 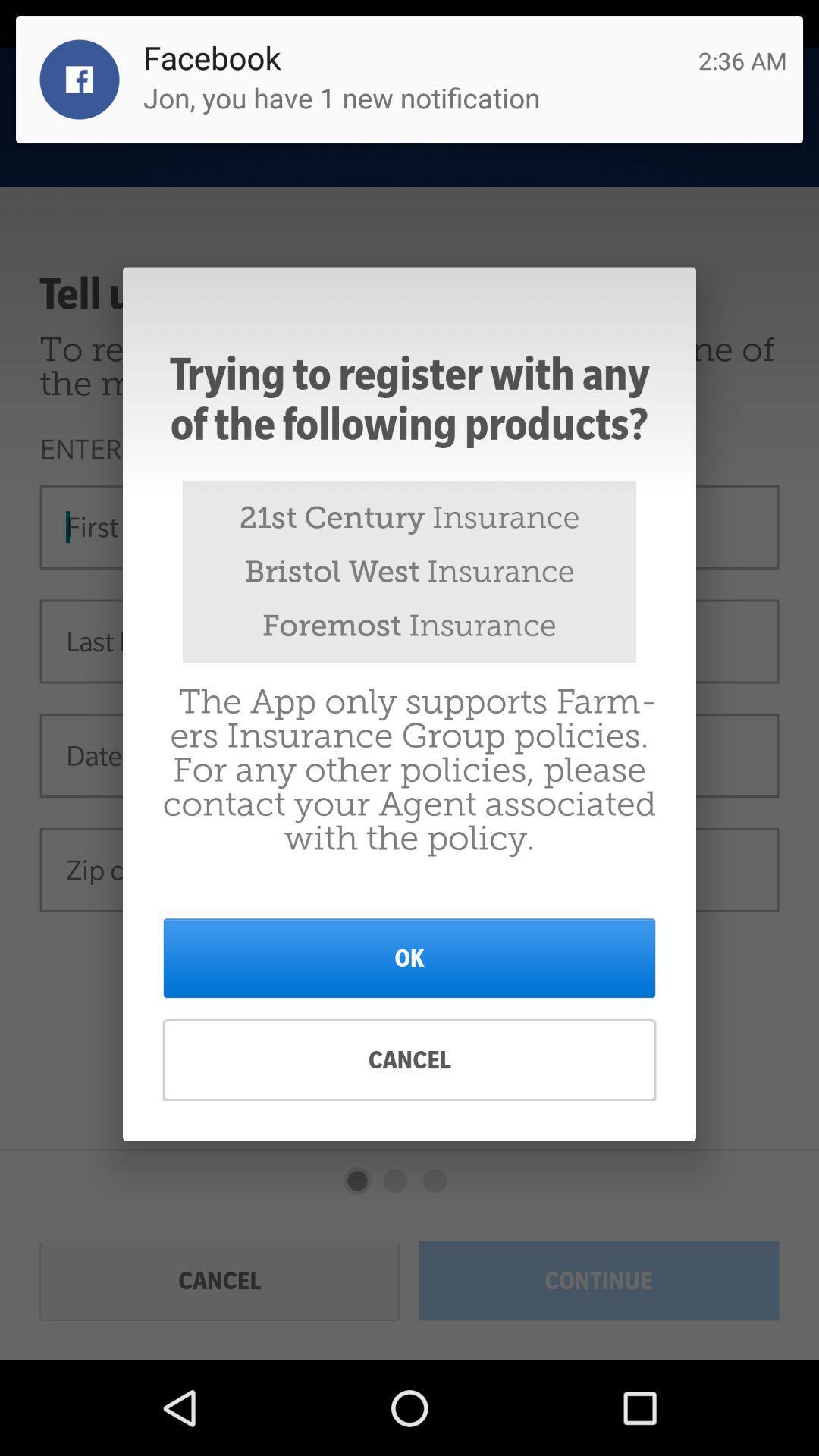 I want to click on the ok item, so click(x=409, y=957).